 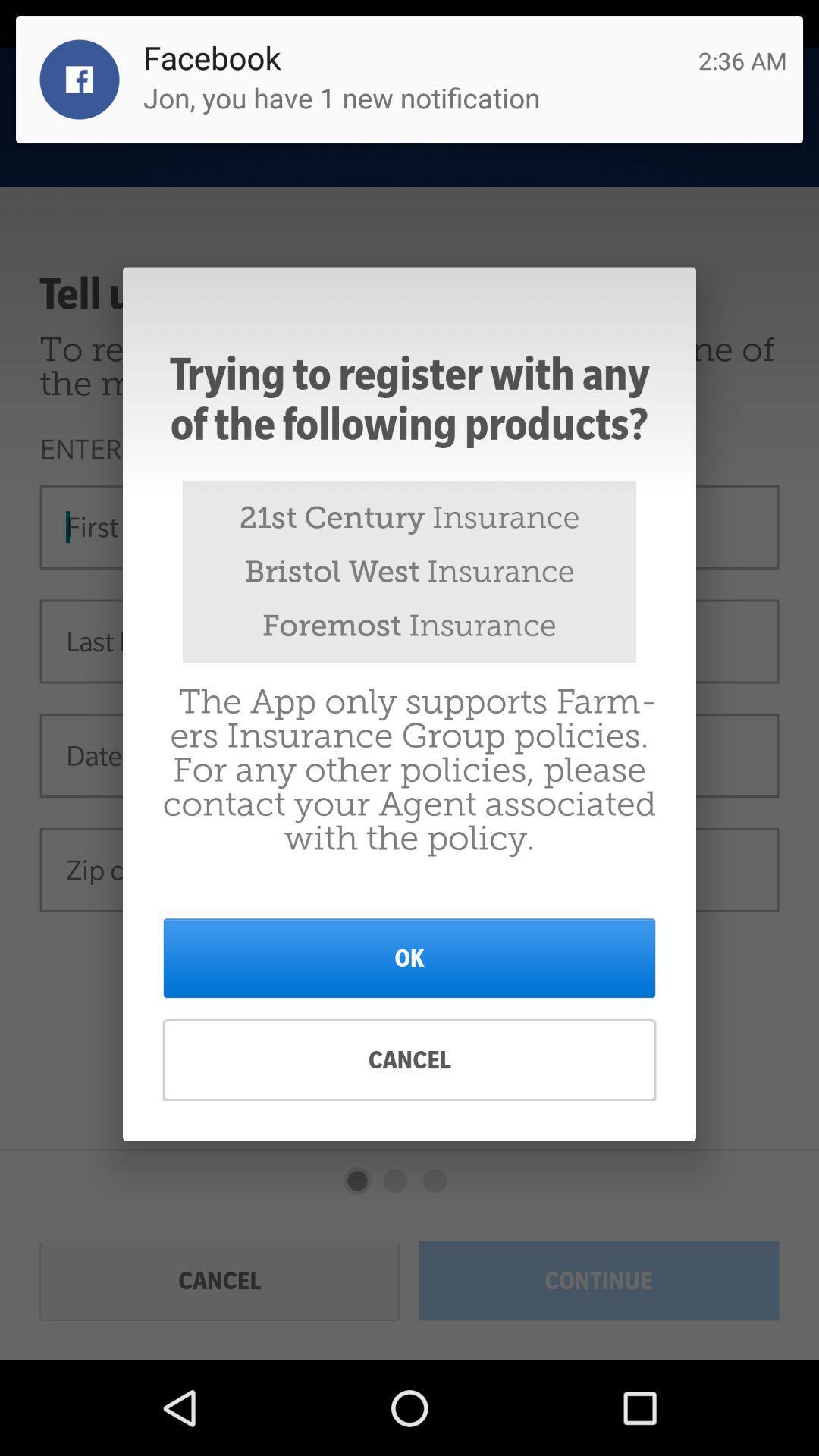 I want to click on the ok item, so click(x=409, y=957).